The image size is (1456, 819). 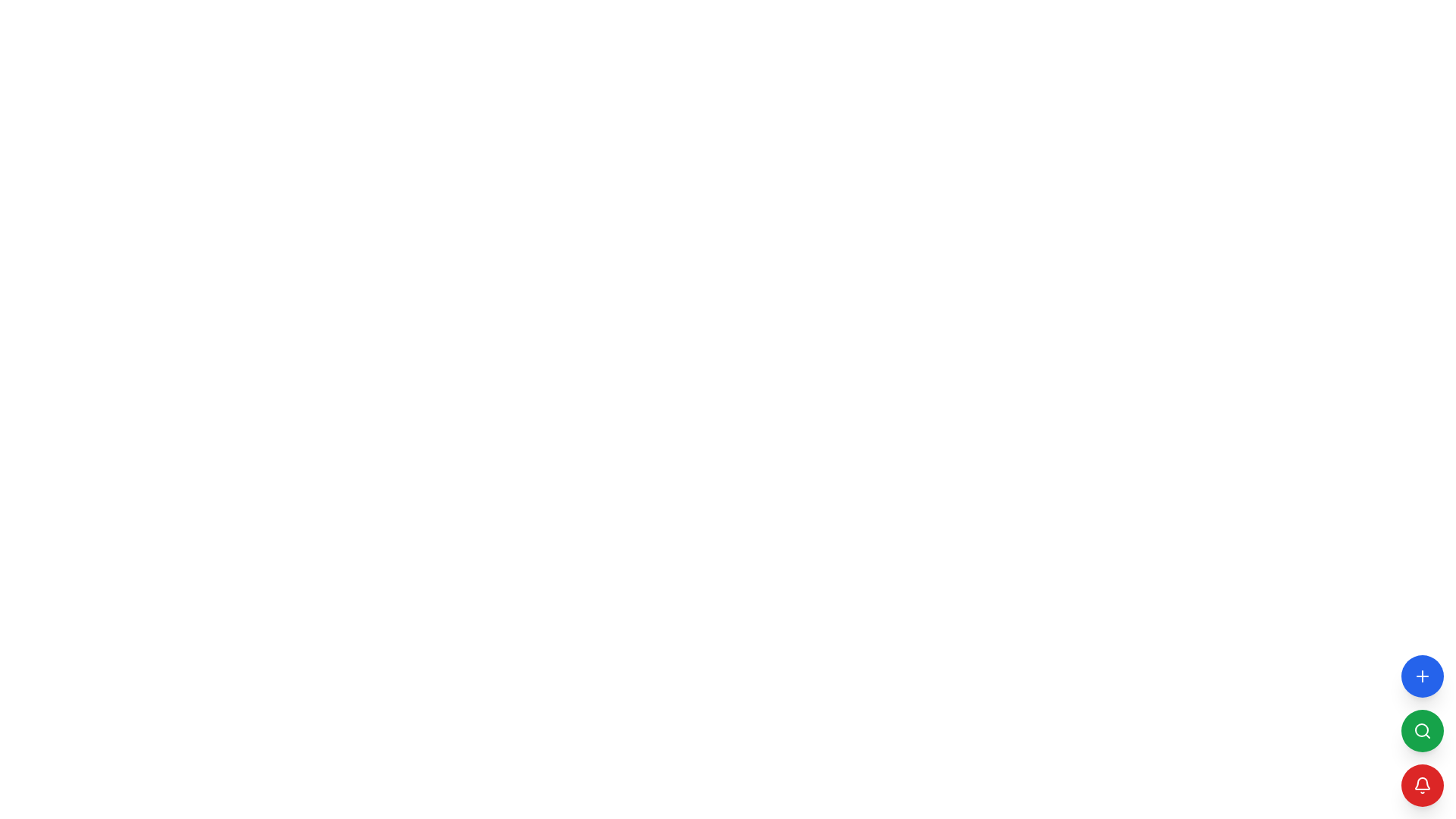 I want to click on the circular green button with a magnifying glass icon in the floating action menu to initiate a search, so click(x=1422, y=730).